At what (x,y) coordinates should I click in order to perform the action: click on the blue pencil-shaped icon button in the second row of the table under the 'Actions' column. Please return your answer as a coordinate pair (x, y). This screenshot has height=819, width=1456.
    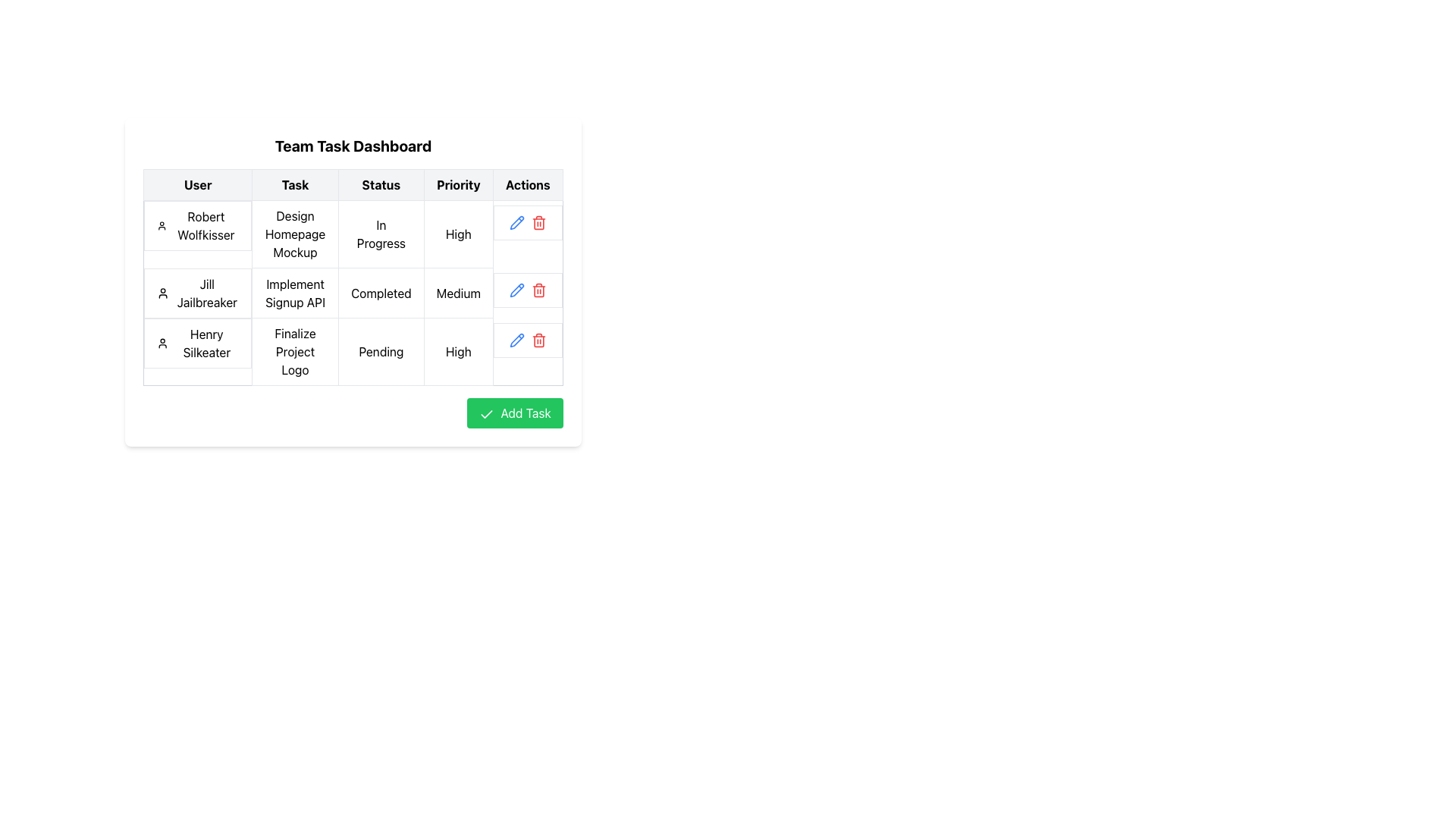
    Looking at the image, I should click on (517, 222).